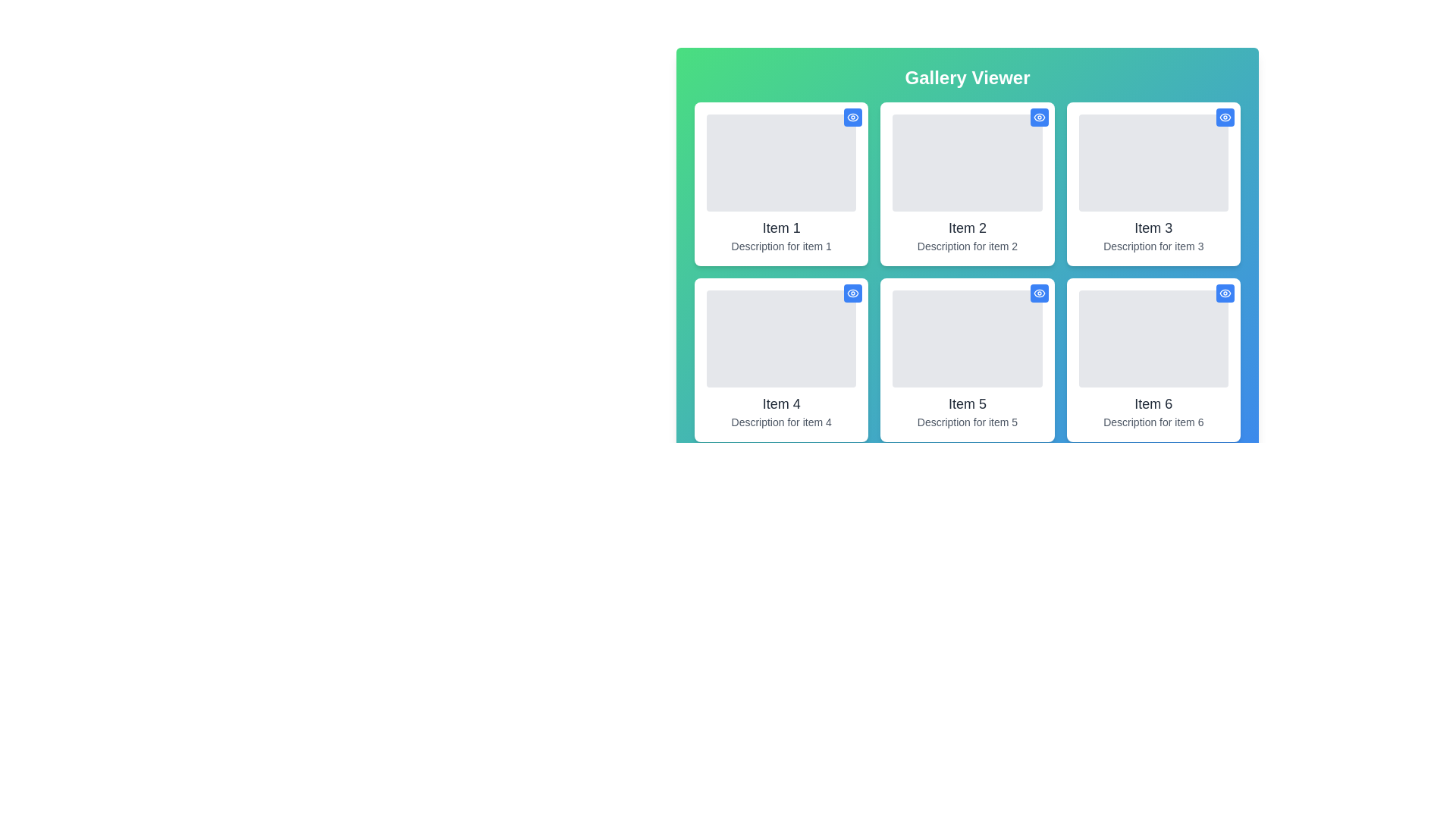 The image size is (1456, 819). I want to click on the text label displaying 'Description for item 5', which is styled with a gray font color and smaller text size, positioned within the fifth card of a grid layout, so click(967, 422).